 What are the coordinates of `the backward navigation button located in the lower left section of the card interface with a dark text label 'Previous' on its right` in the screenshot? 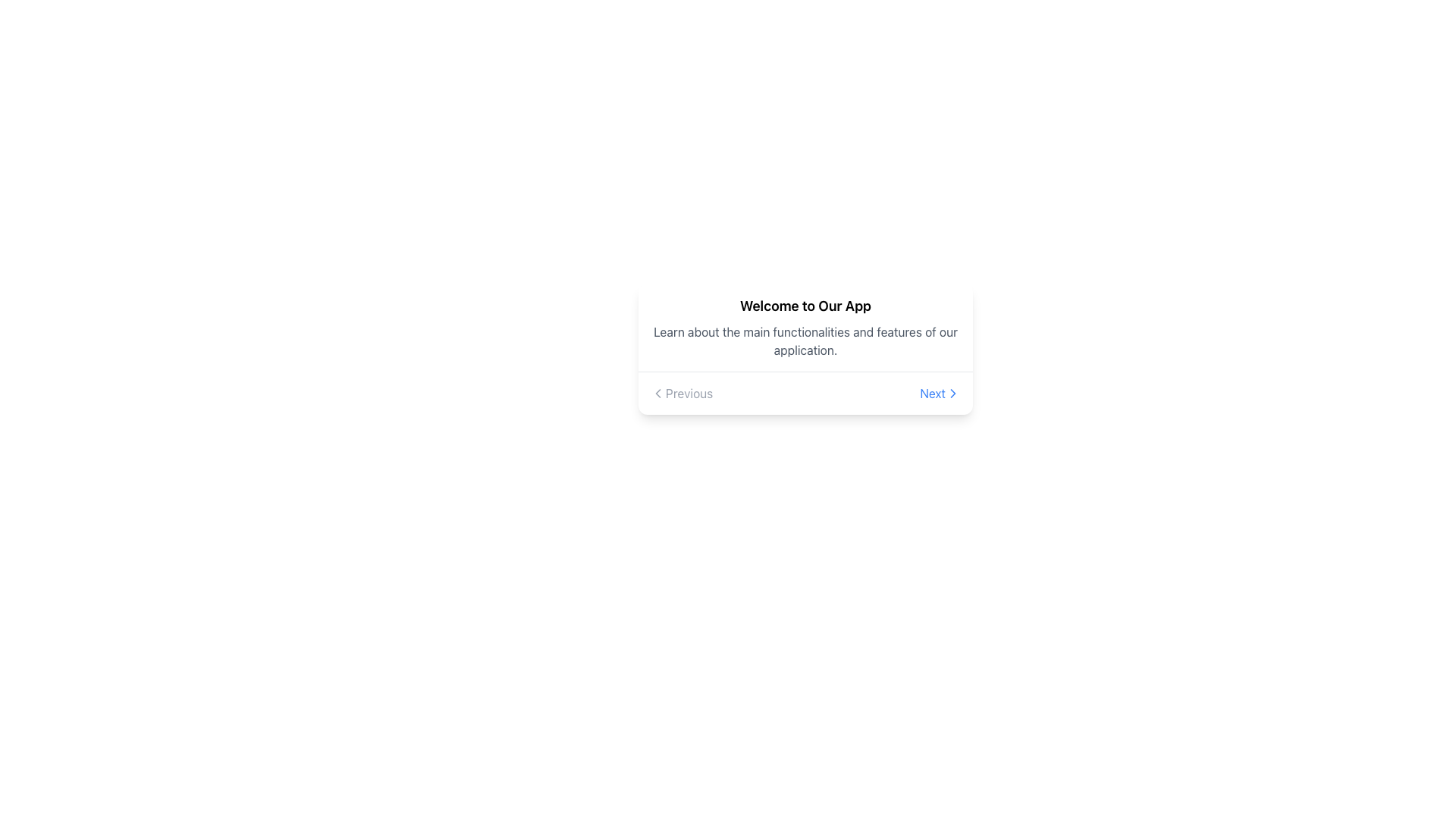 It's located at (658, 393).